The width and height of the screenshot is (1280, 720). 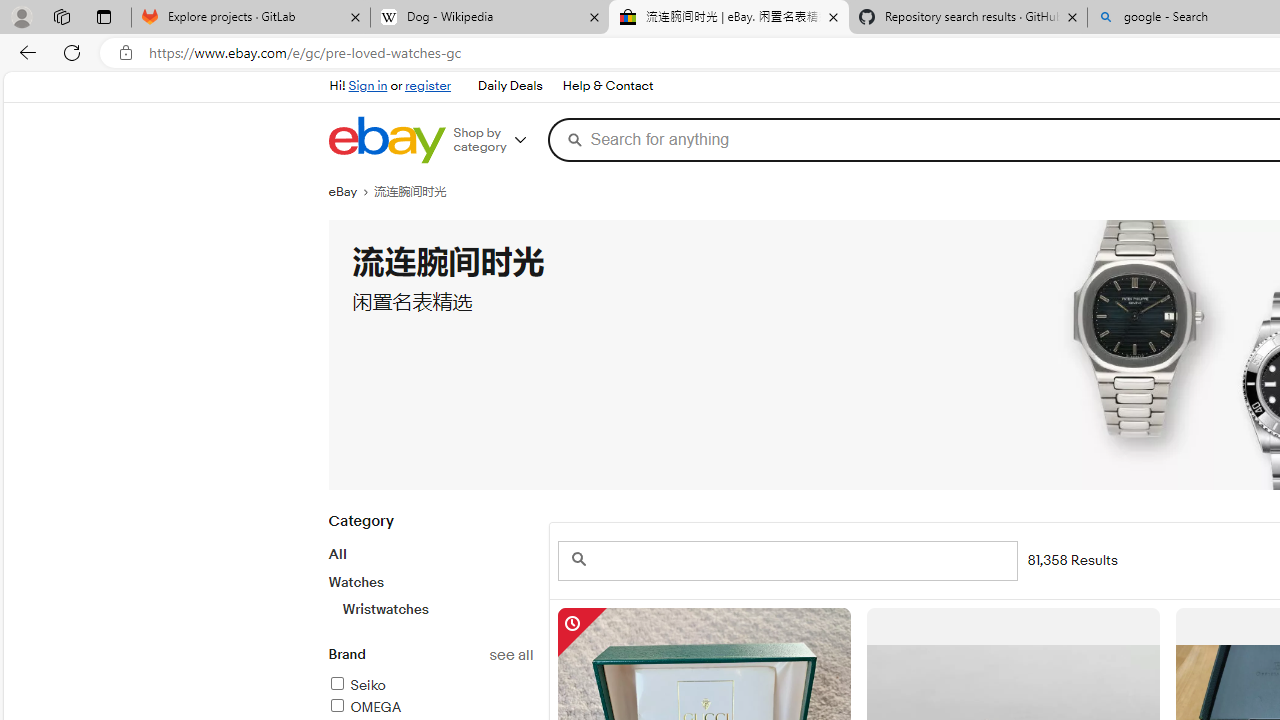 What do you see at coordinates (510, 86) in the screenshot?
I see `'Daily Deals'` at bounding box center [510, 86].